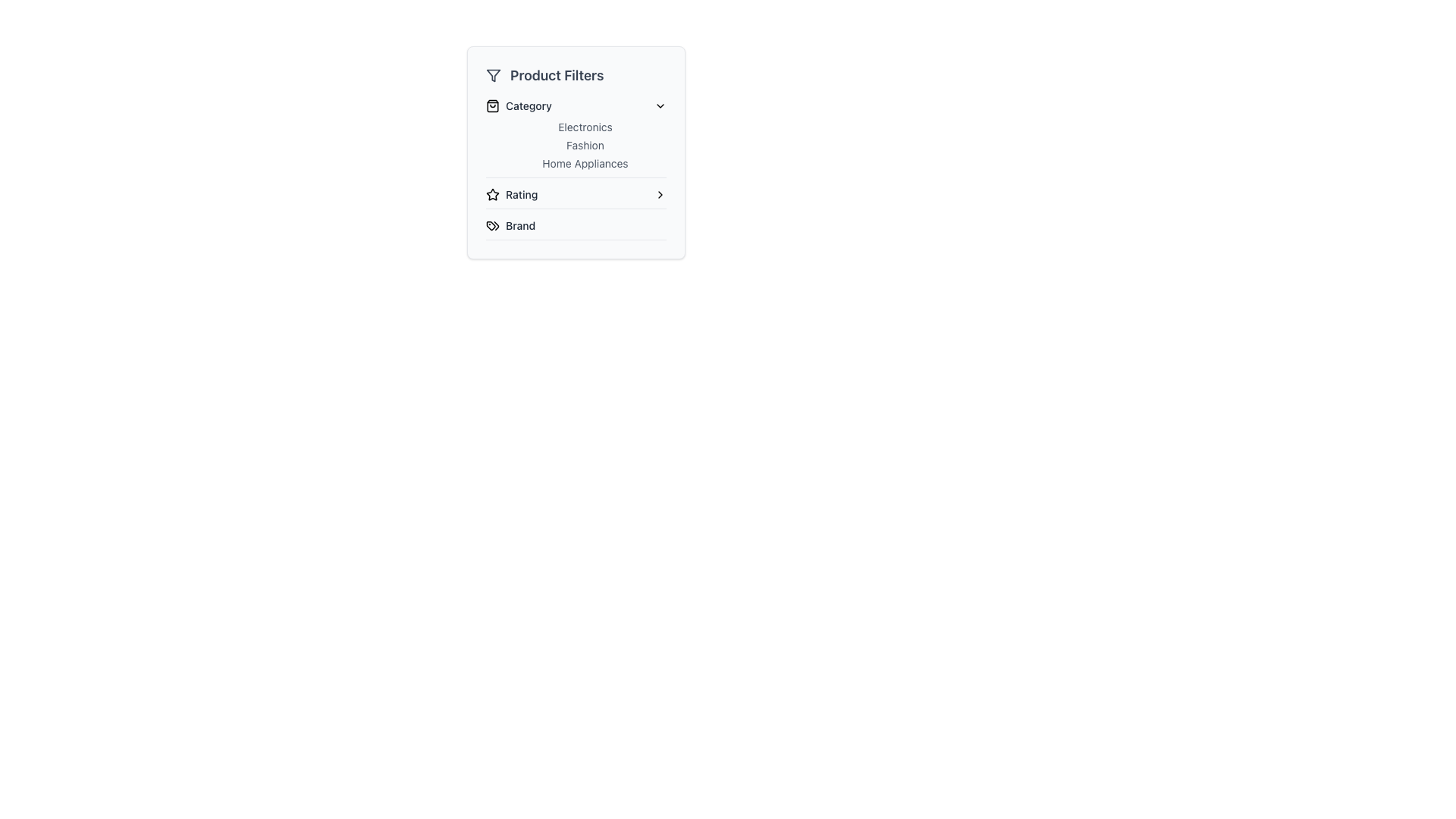 Image resolution: width=1456 pixels, height=819 pixels. I want to click on the rating filter label and icon combination located in the 'Product Filters' section, positioned beneath 'Category' and above 'Brand', so click(512, 194).